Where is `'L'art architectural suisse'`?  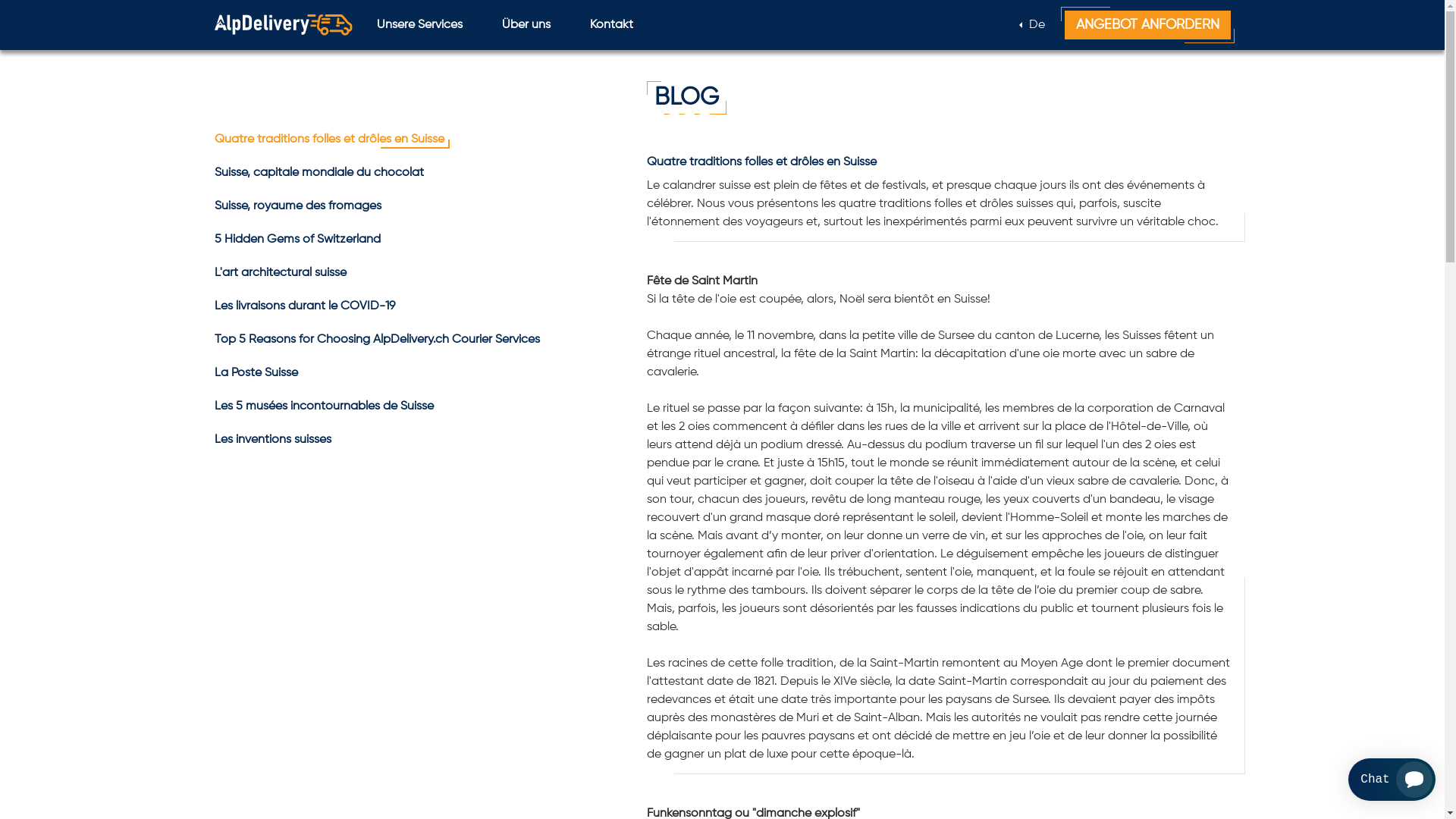 'L'art architectural suisse' is located at coordinates (280, 271).